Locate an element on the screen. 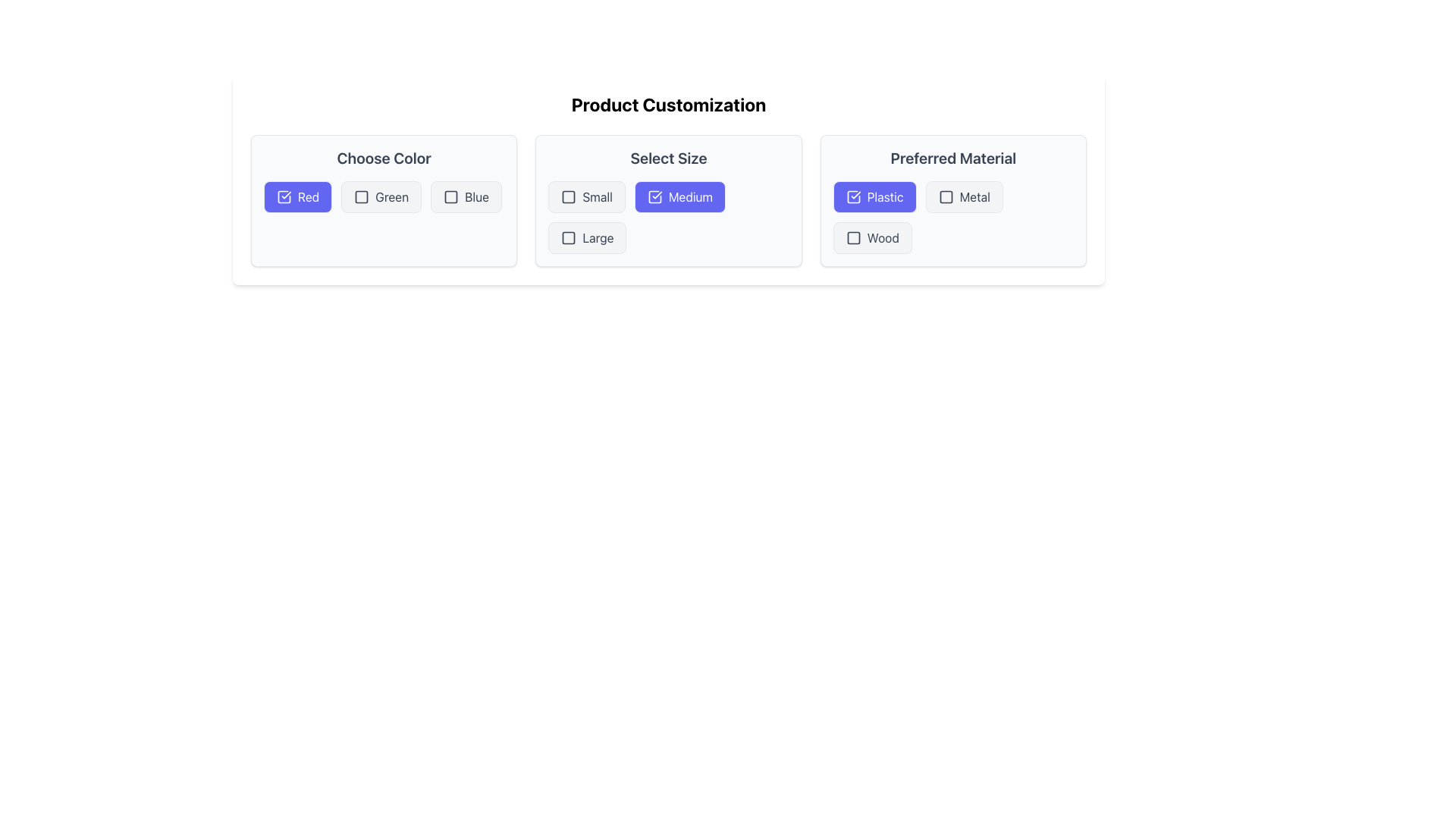  text label indicating the option 'Large' located in the 'Select Size' group in the central panel of the interface is located at coordinates (597, 237).